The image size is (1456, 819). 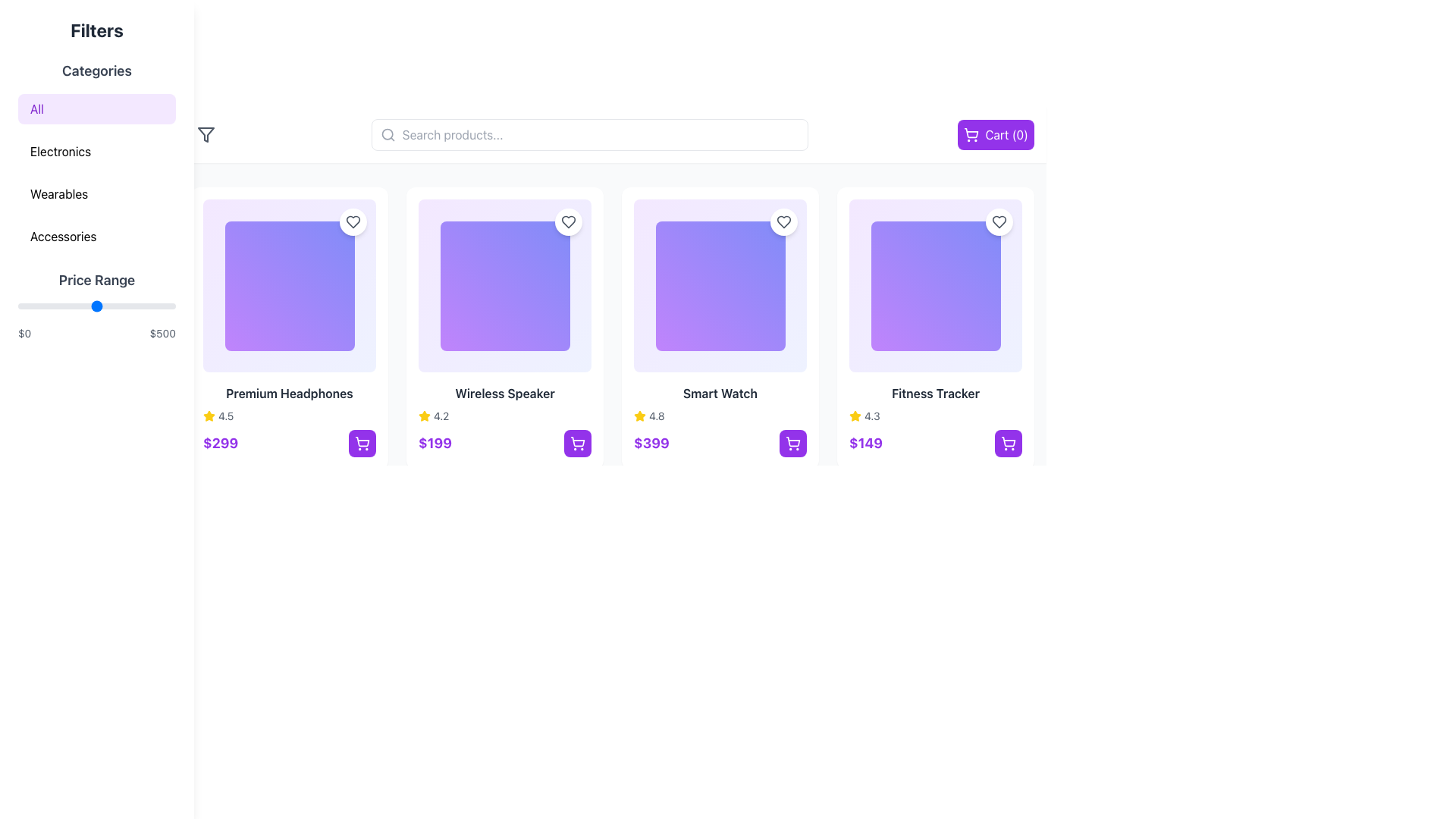 I want to click on the circular button containing a heart-shaped icon in the top-right corner of the 'Premium Headphones' product card to activate the hover effect, so click(x=352, y=222).